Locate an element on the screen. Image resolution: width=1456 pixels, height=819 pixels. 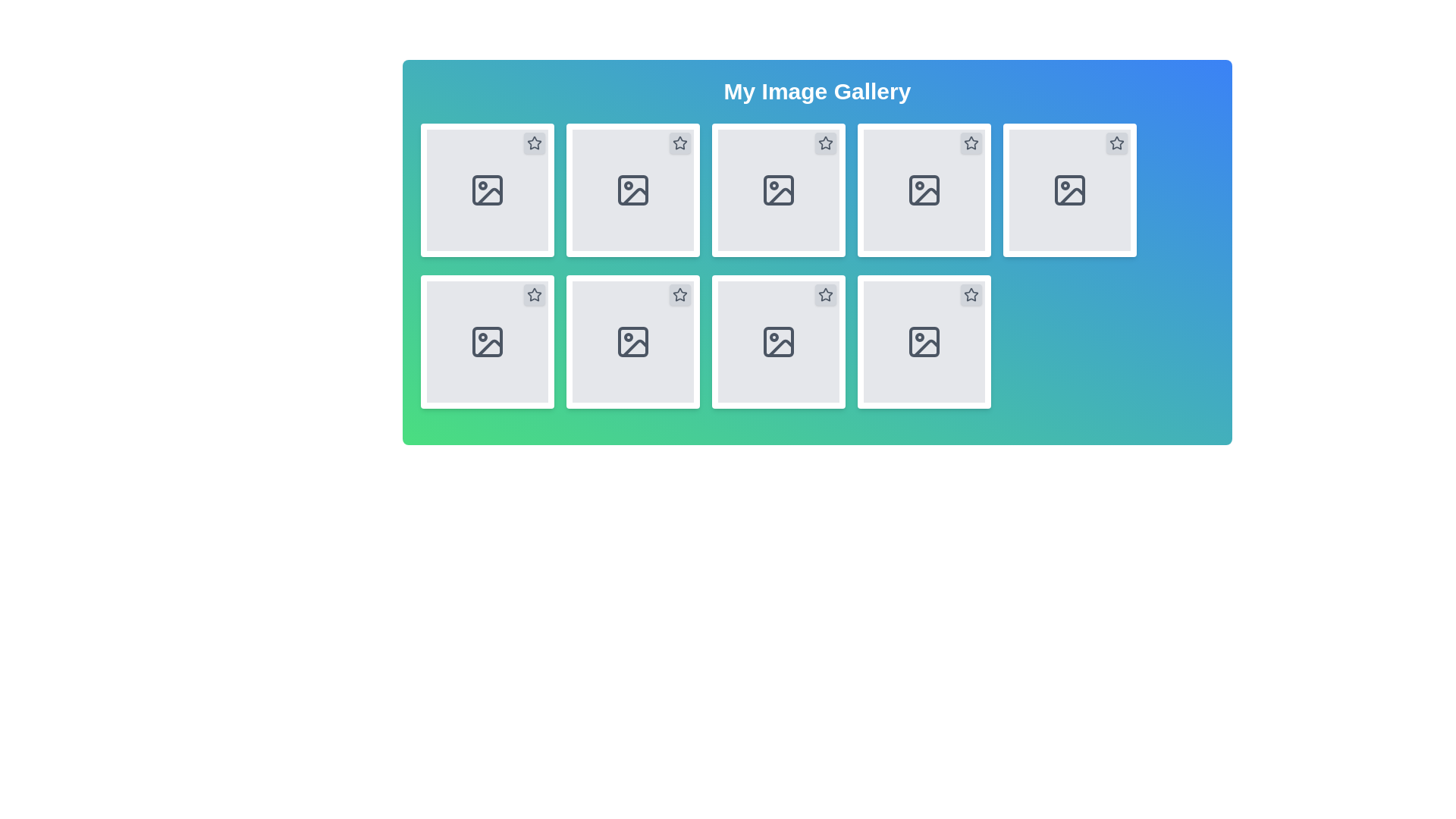
the icon button located at the top-right corner of the first item in a 3x3 grid layout is located at coordinates (535, 143).